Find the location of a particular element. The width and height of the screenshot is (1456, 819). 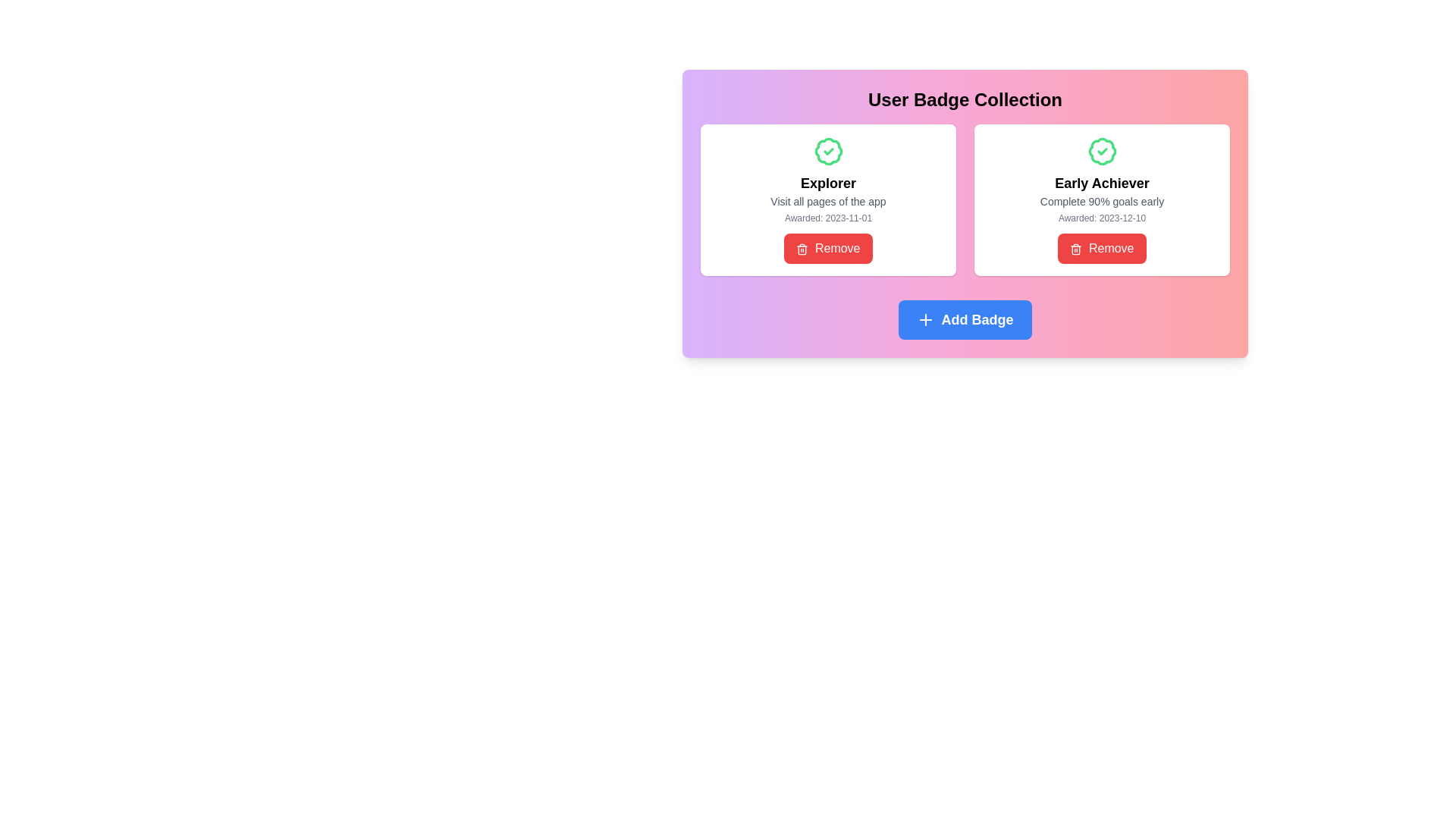

the 'Add Badge' button which contains a decorative icon to the left of the button's text is located at coordinates (925, 318).